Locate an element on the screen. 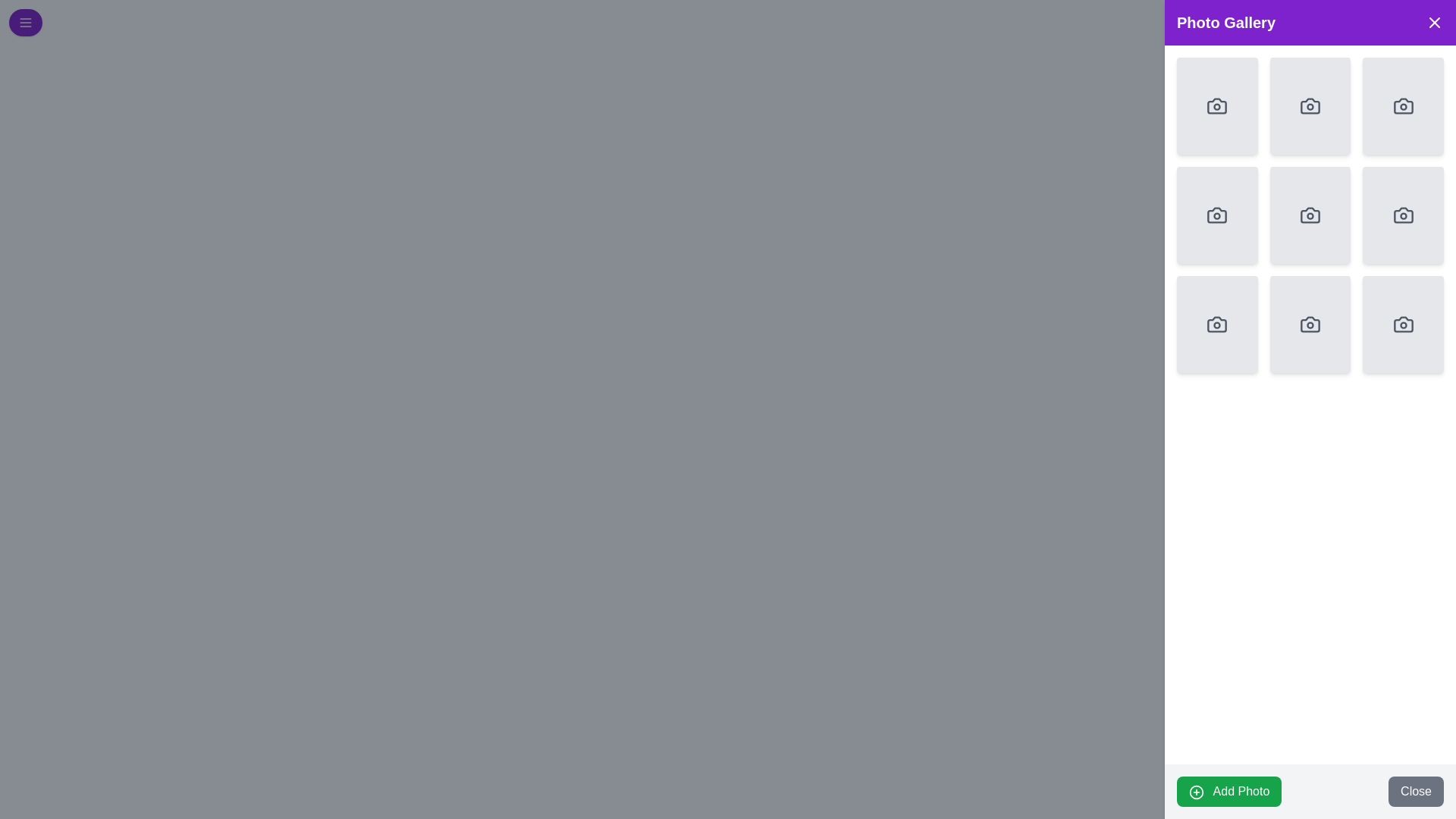 Image resolution: width=1456 pixels, height=819 pixels. the photo placeholder icon located in the top-left corner of a 3x3 grid of identical buttons is located at coordinates (1217, 105).